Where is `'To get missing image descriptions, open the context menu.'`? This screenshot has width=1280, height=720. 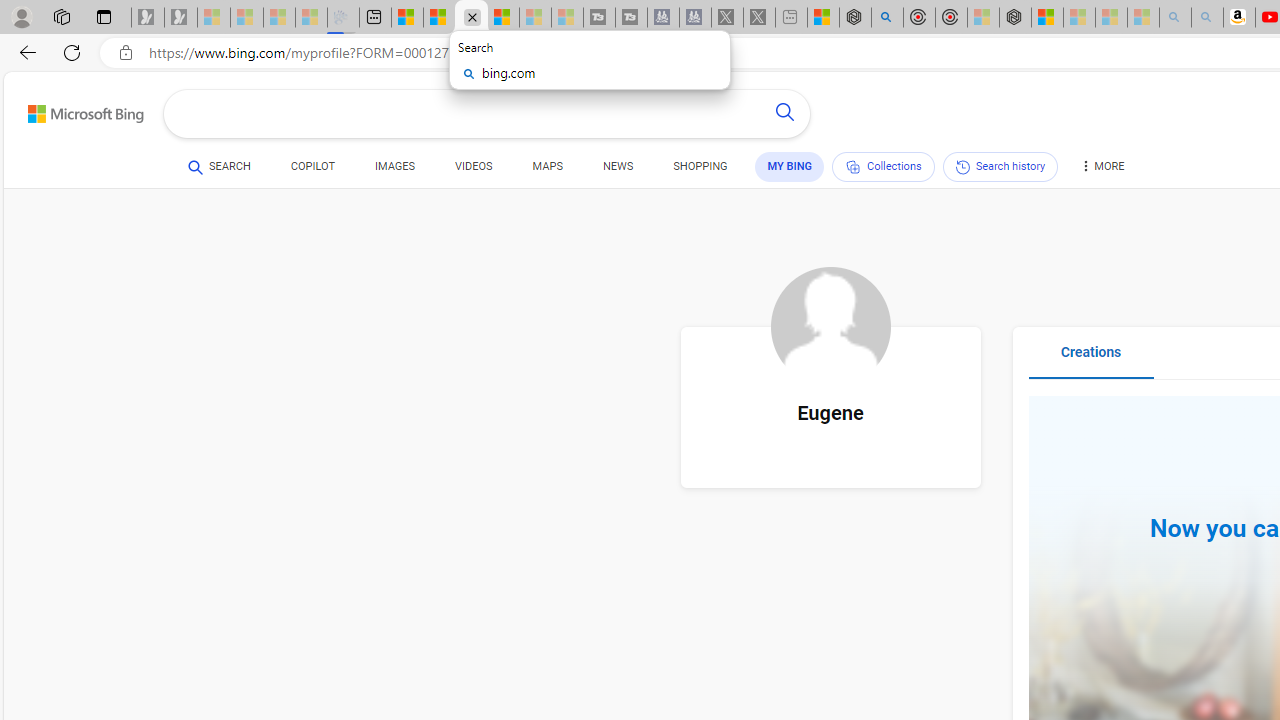
'To get missing image descriptions, open the context menu.' is located at coordinates (830, 326).